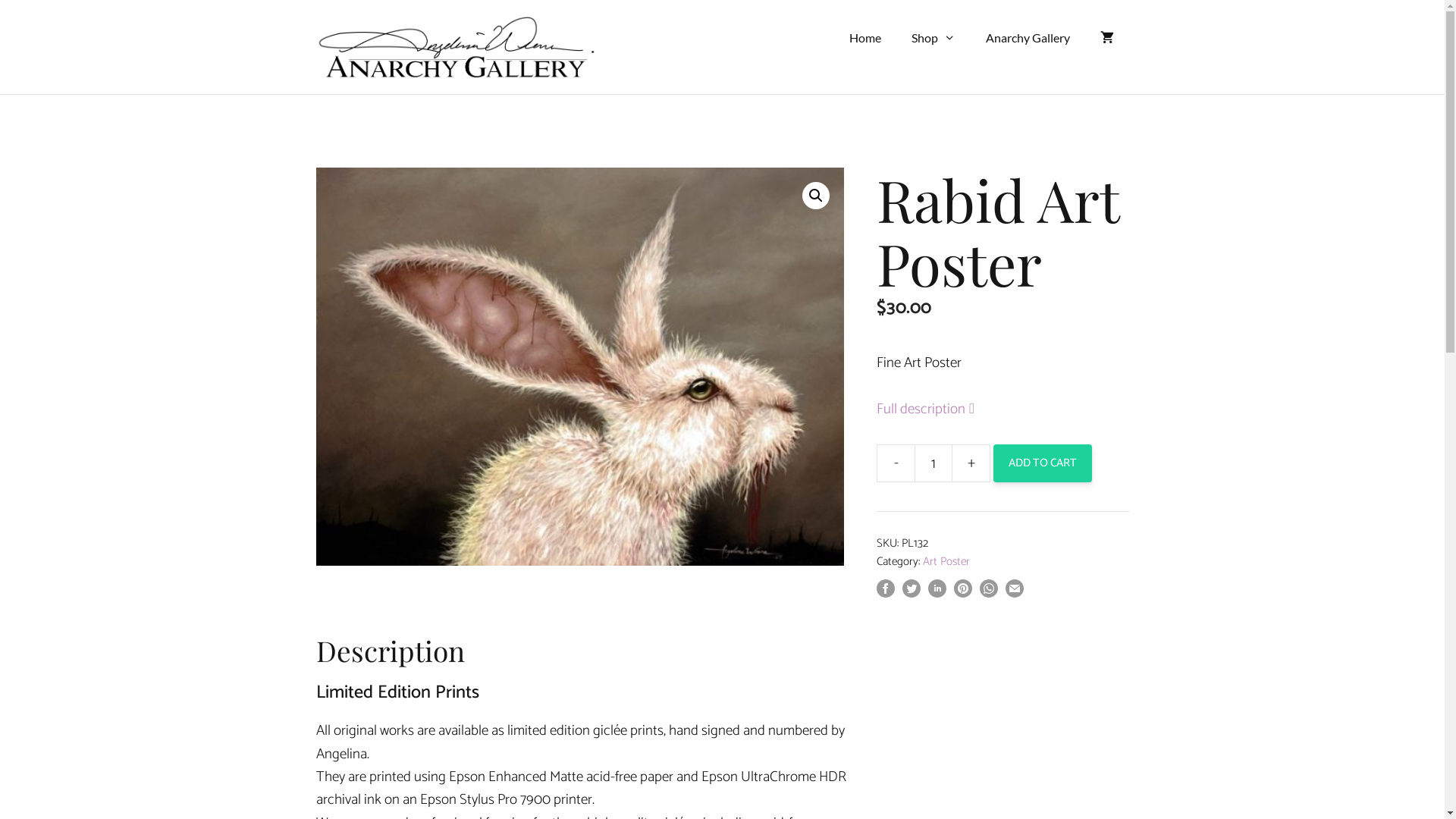  Describe the element at coordinates (989, 592) in the screenshot. I see `'Share this post!'` at that location.